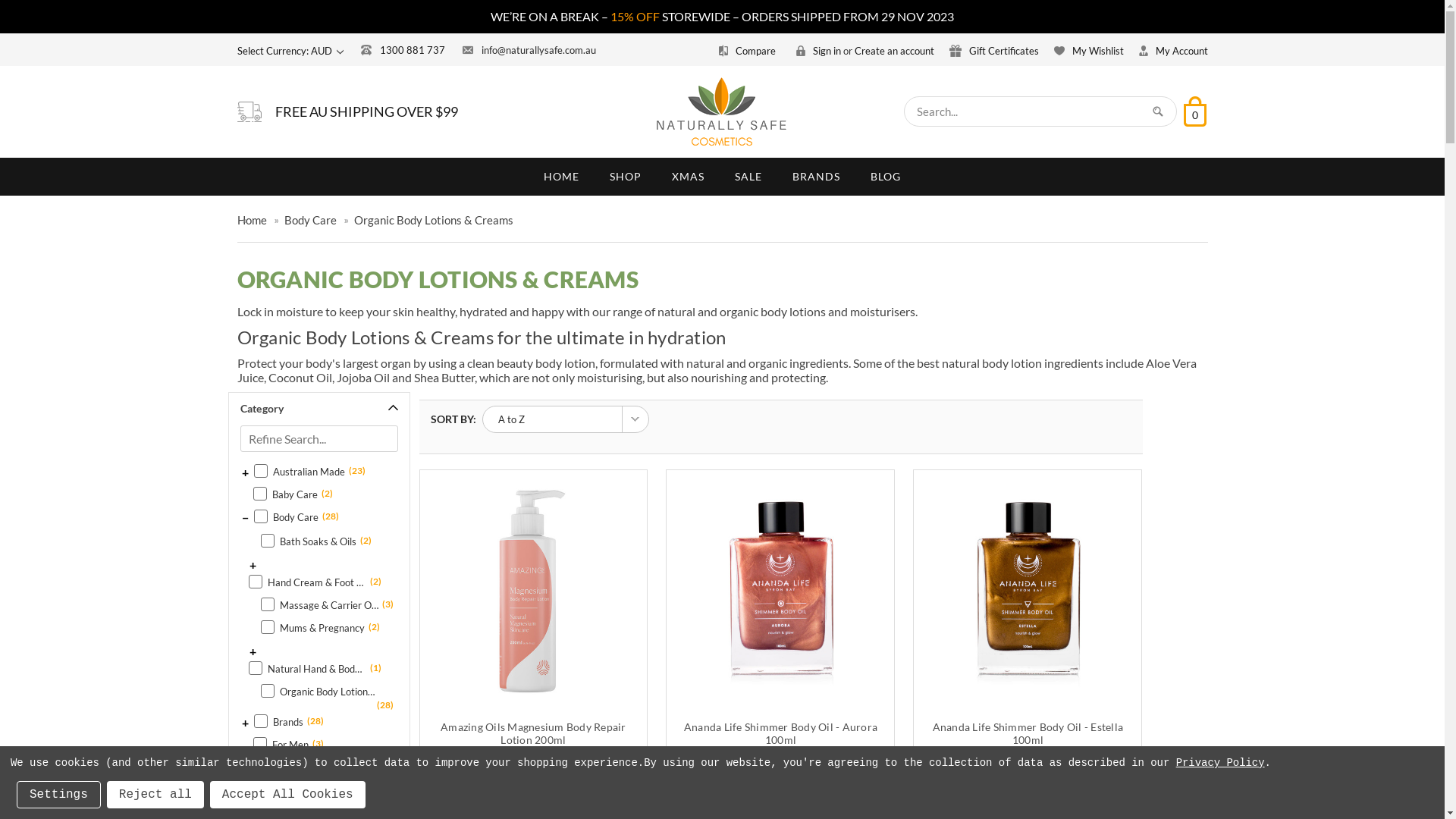 The width and height of the screenshot is (1456, 819). Describe the element at coordinates (534, 590) in the screenshot. I see `'Amazing Oils Magnesium Body Repair Lotion 200ml'` at that location.